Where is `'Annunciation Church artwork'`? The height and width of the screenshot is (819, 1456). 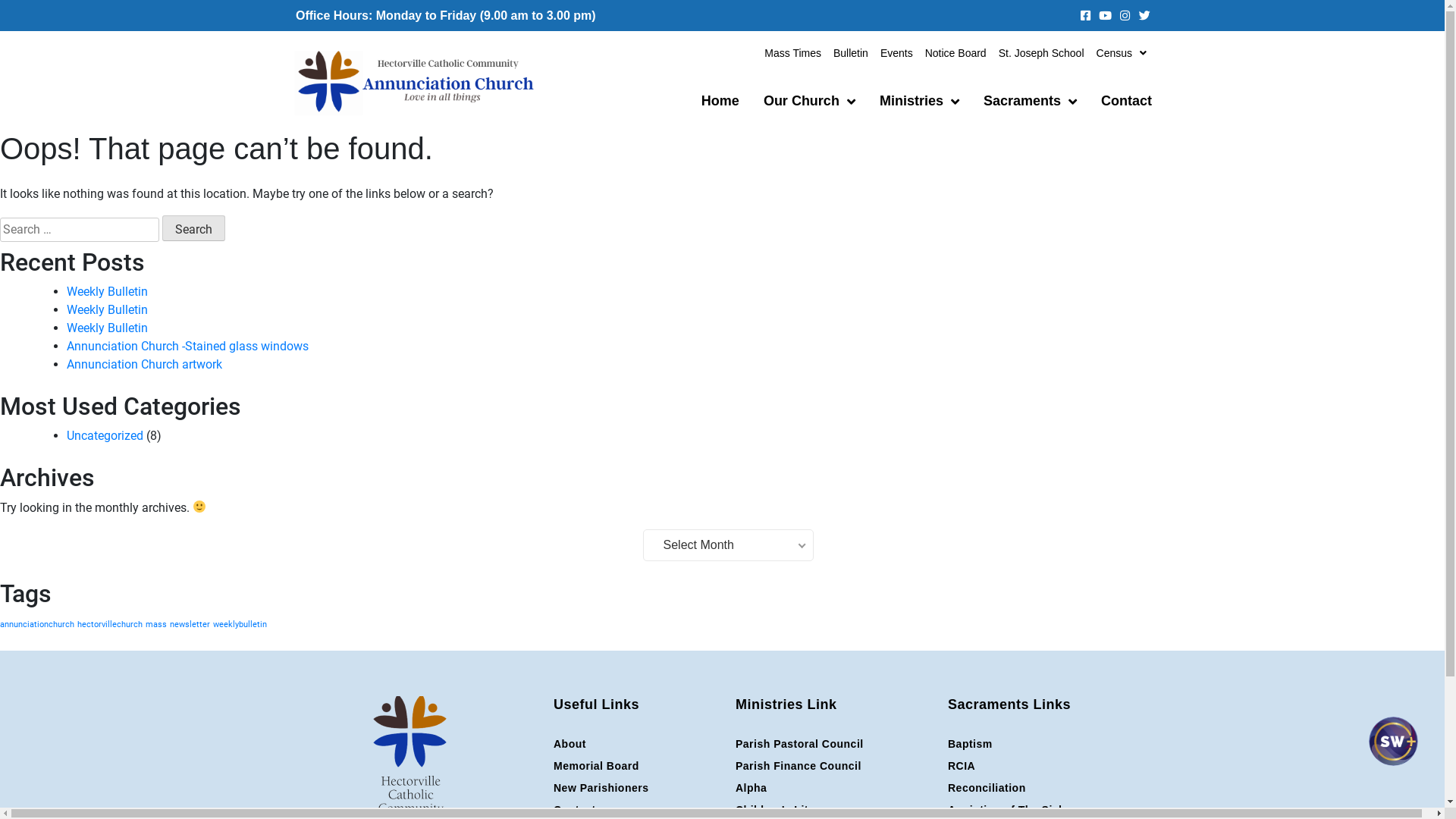 'Annunciation Church artwork' is located at coordinates (144, 364).